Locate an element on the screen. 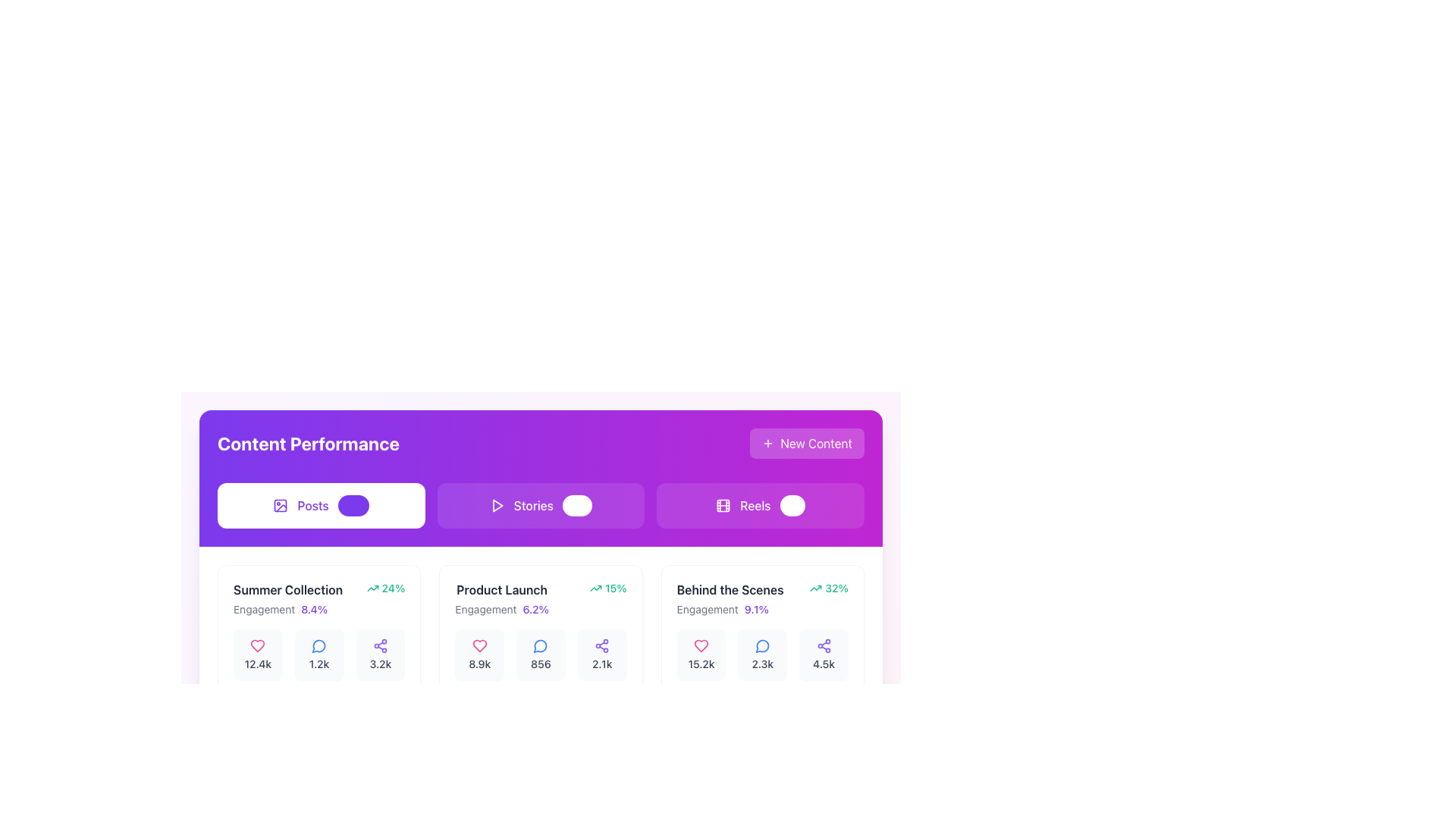 The height and width of the screenshot is (819, 1456). the interactive comments icon located above the '1.2k' label in the second interaction statistic group of the 'Summer Collection' content performance section is located at coordinates (318, 646).